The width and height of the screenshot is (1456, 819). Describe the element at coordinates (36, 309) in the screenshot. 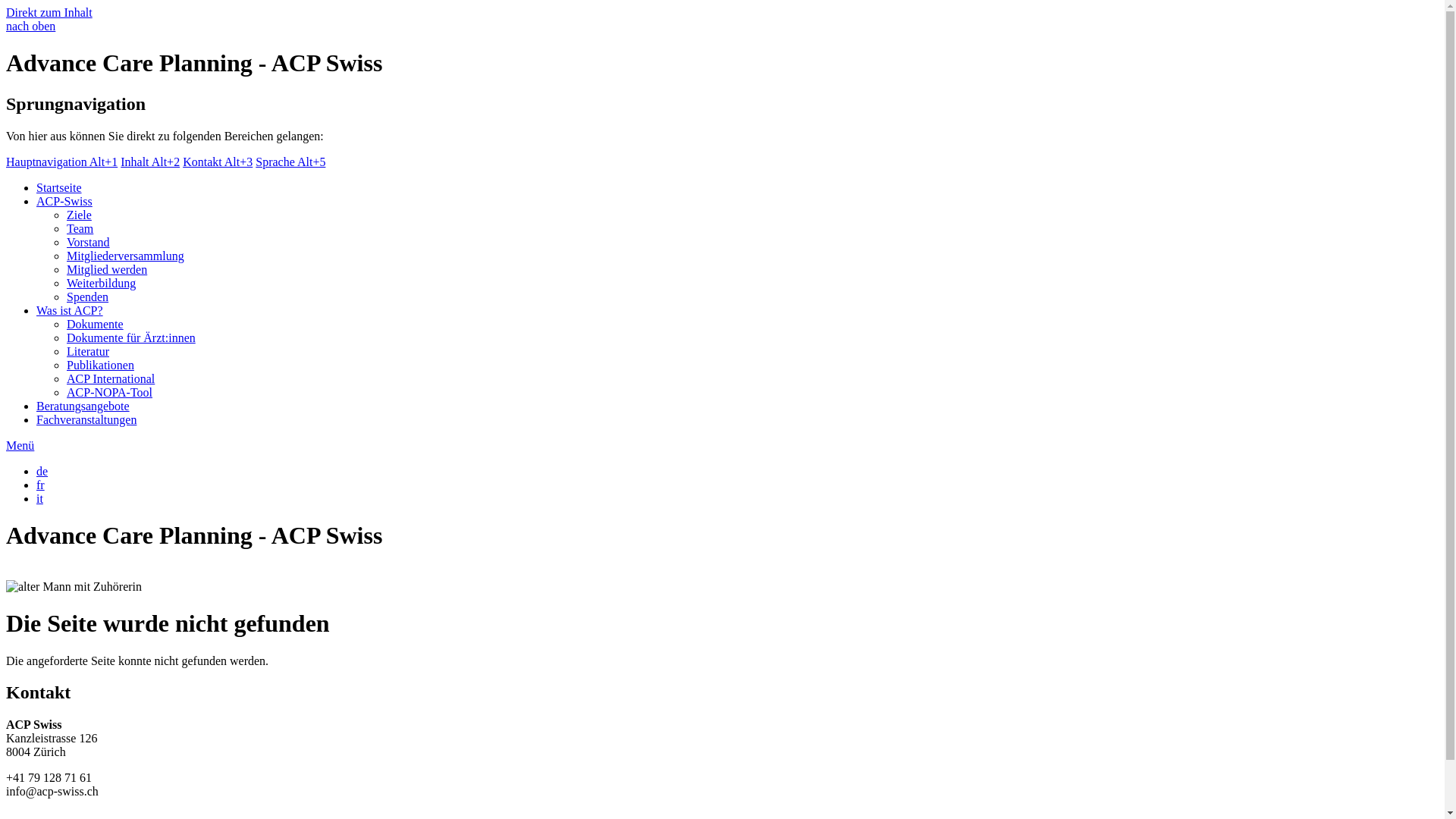

I see `'Was ist ACP?'` at that location.